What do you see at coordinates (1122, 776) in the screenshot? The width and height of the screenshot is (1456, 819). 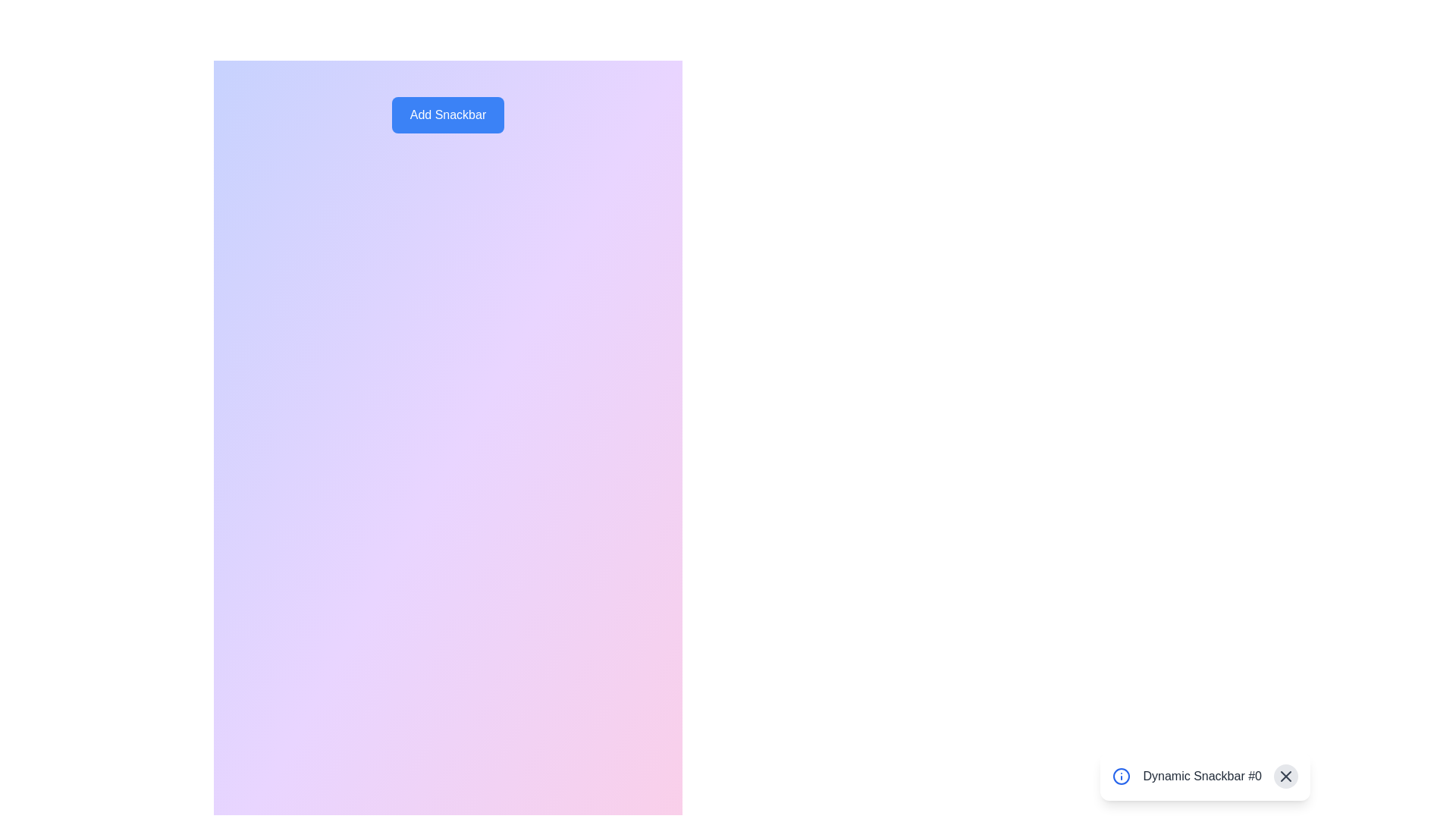 I see `the SVG Circle with a light blue outline located at the bottom-right corner of the interface, which is part of an information icon` at bounding box center [1122, 776].